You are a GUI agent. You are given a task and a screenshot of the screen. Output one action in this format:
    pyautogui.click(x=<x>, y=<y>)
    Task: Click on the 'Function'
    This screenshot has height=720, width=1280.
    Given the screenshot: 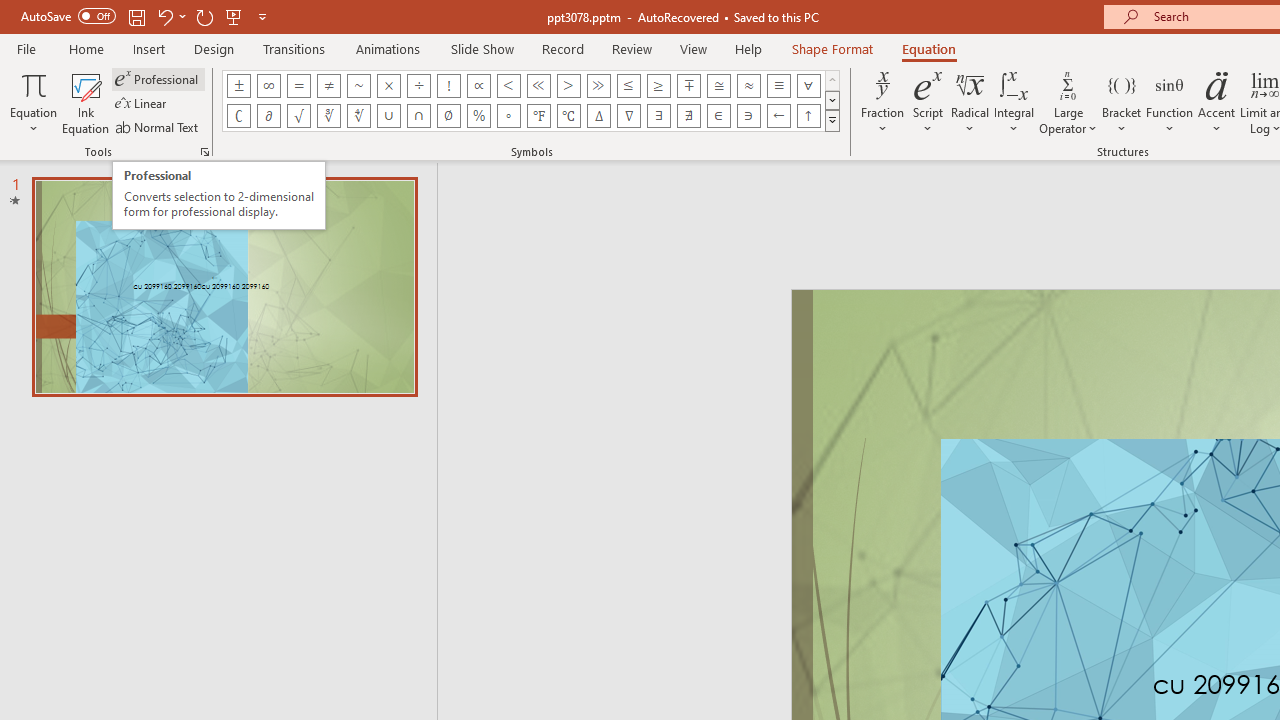 What is the action you would take?
    pyautogui.click(x=1169, y=103)
    